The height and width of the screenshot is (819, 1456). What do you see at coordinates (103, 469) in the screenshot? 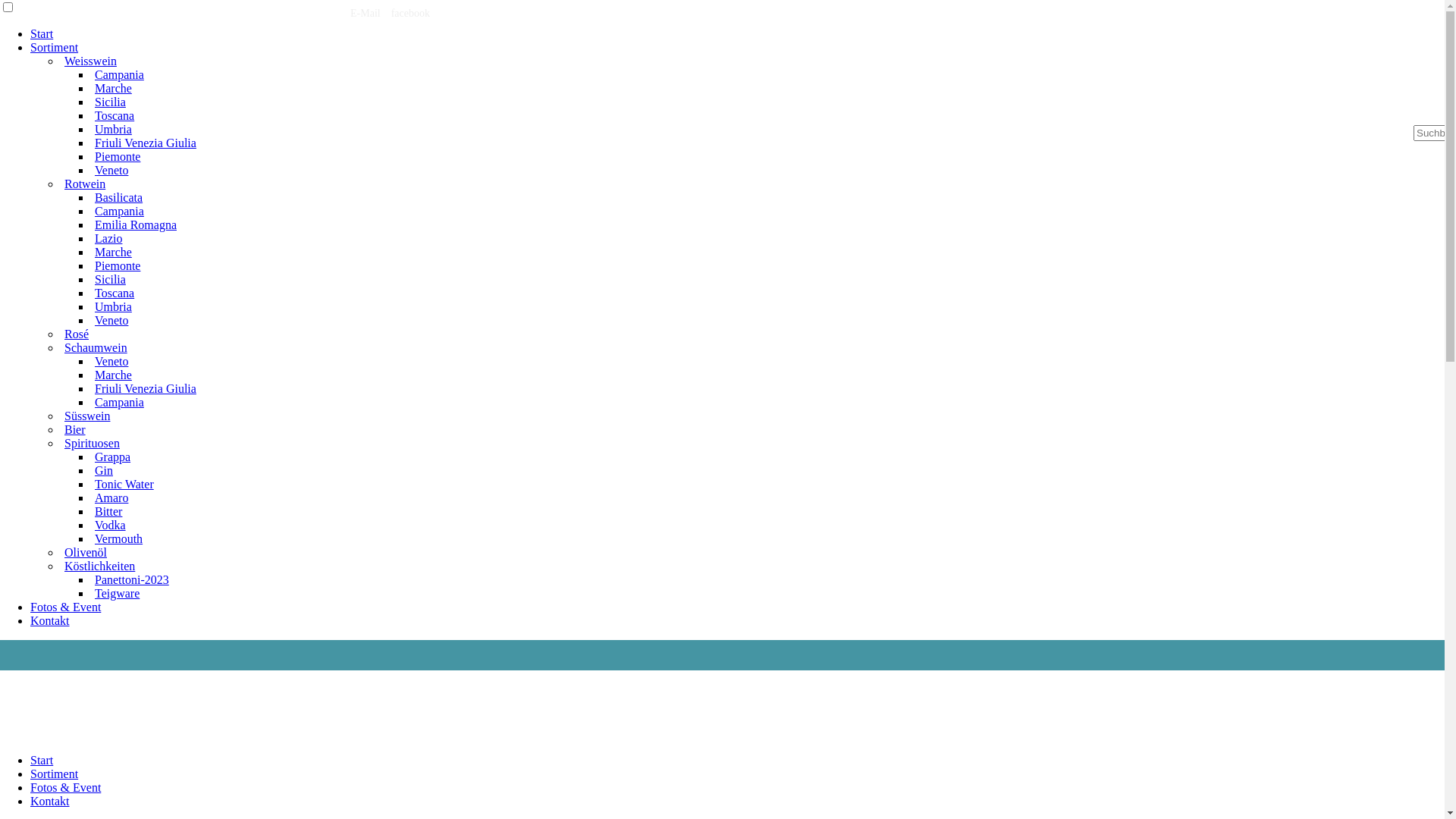
I see `'Gin'` at bounding box center [103, 469].